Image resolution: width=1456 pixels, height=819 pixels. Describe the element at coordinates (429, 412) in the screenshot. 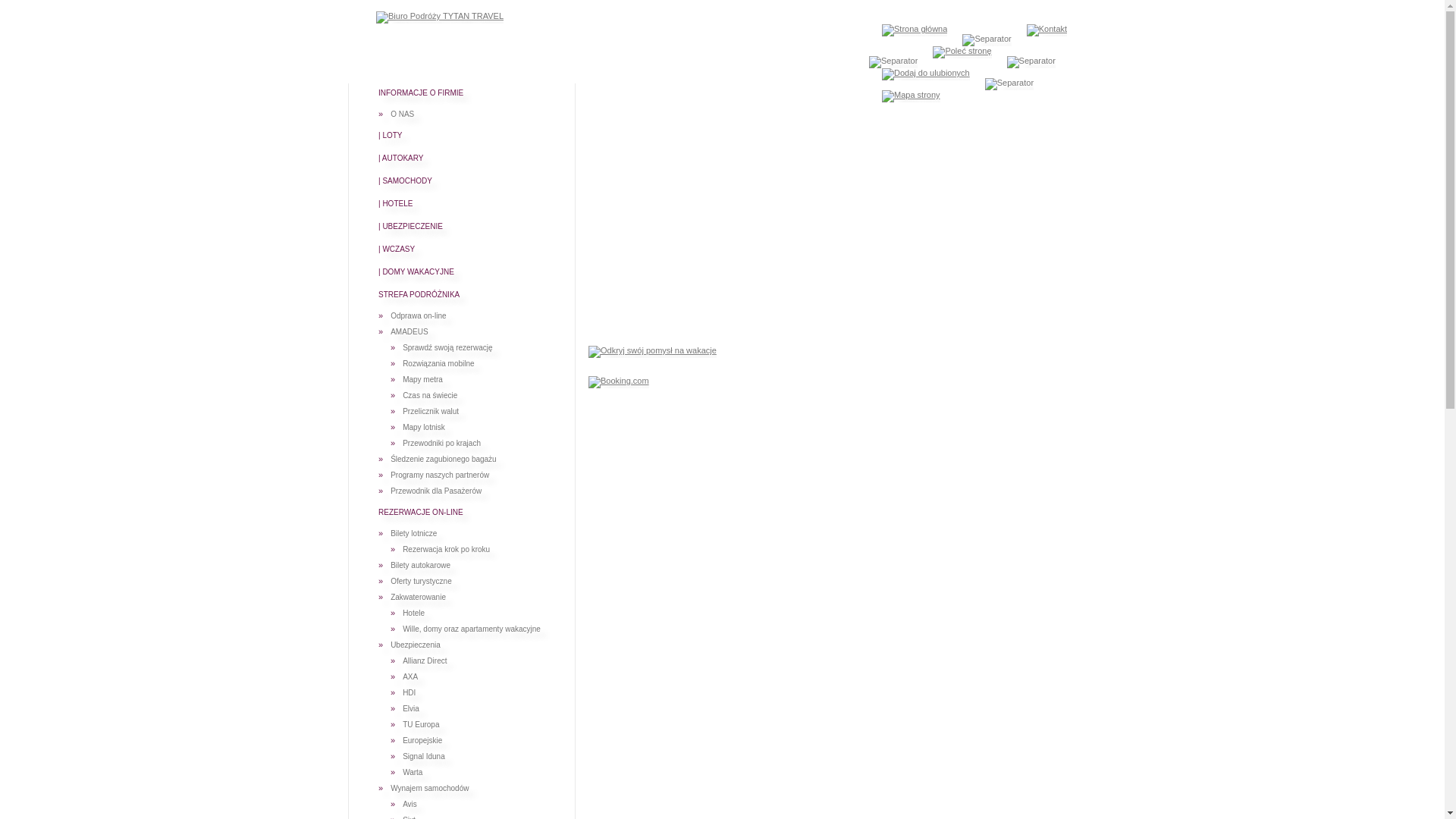

I see `'Przelicznik walut'` at that location.